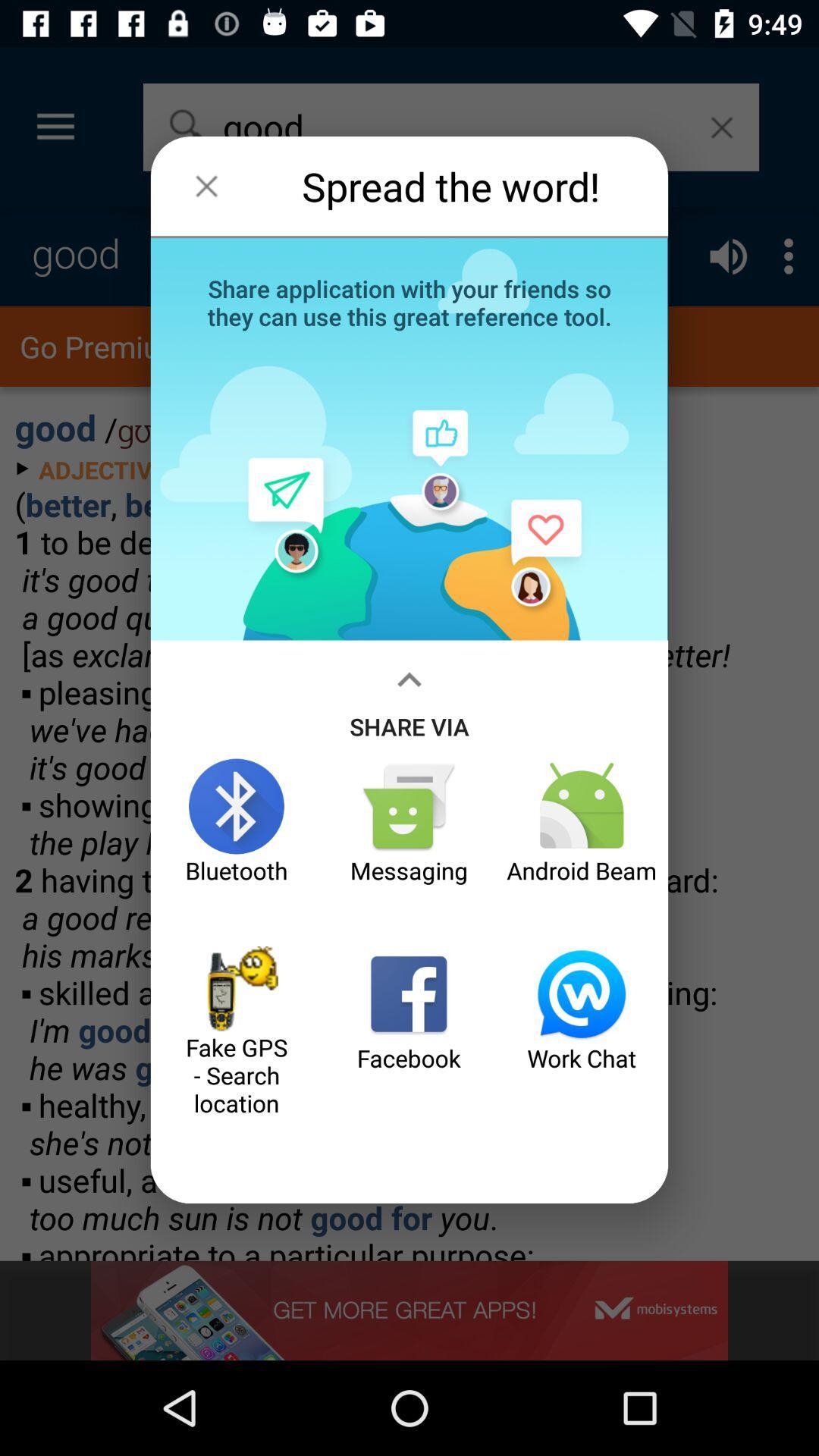  I want to click on share via, so click(409, 698).